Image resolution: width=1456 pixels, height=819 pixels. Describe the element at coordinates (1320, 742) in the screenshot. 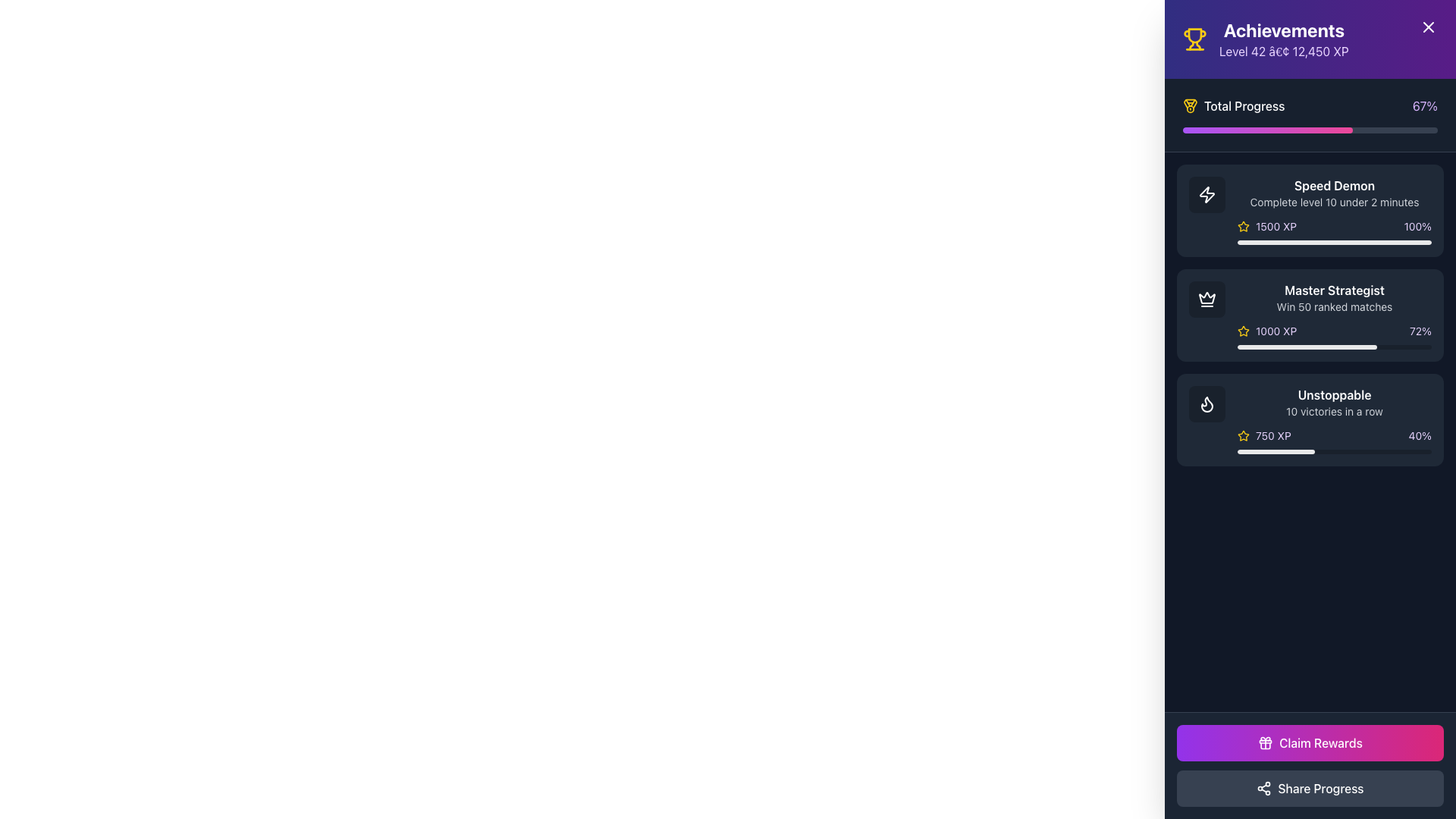

I see `the 'Claim Rewards' label, which is styled in white text on a purple to pink gradient button background, located at the bottom of the vertical panel` at that location.